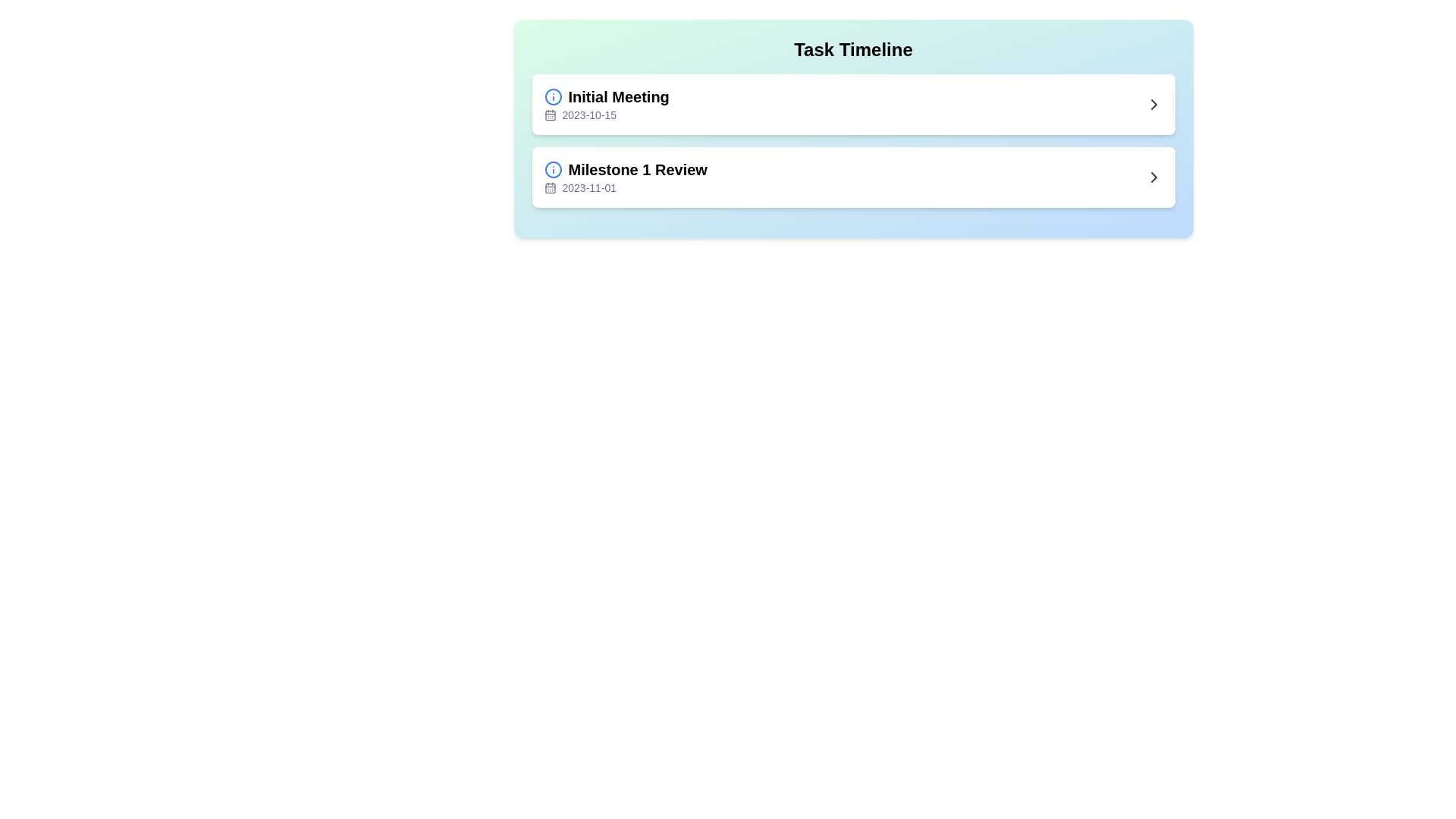  I want to click on the text block labeled 'Milestone 1 Review' with the date '2023-11-01', which includes an informational icon and a calendar icon, located in the middle section of the timeline interface, so click(626, 177).